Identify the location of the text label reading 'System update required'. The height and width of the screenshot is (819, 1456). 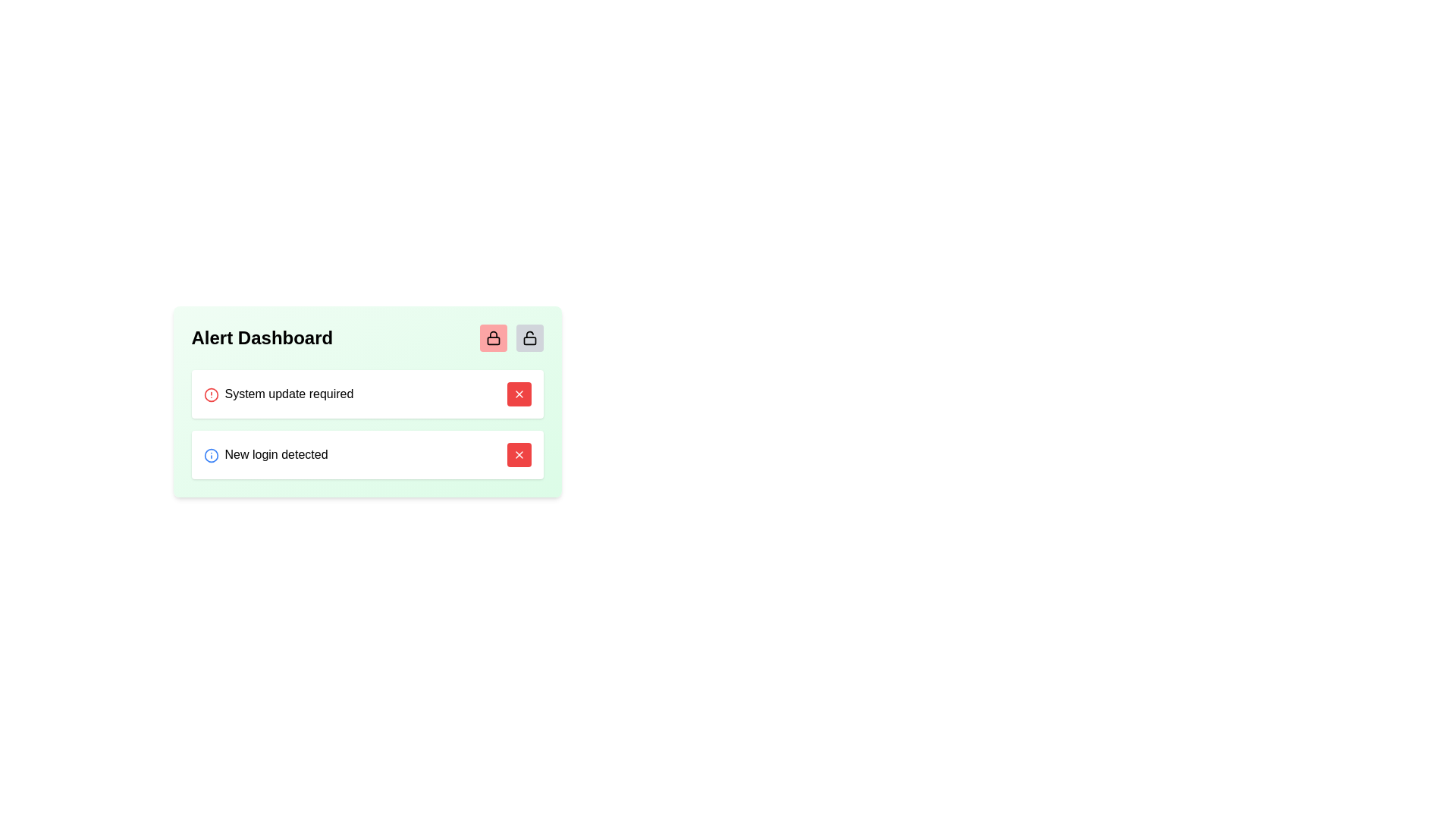
(278, 394).